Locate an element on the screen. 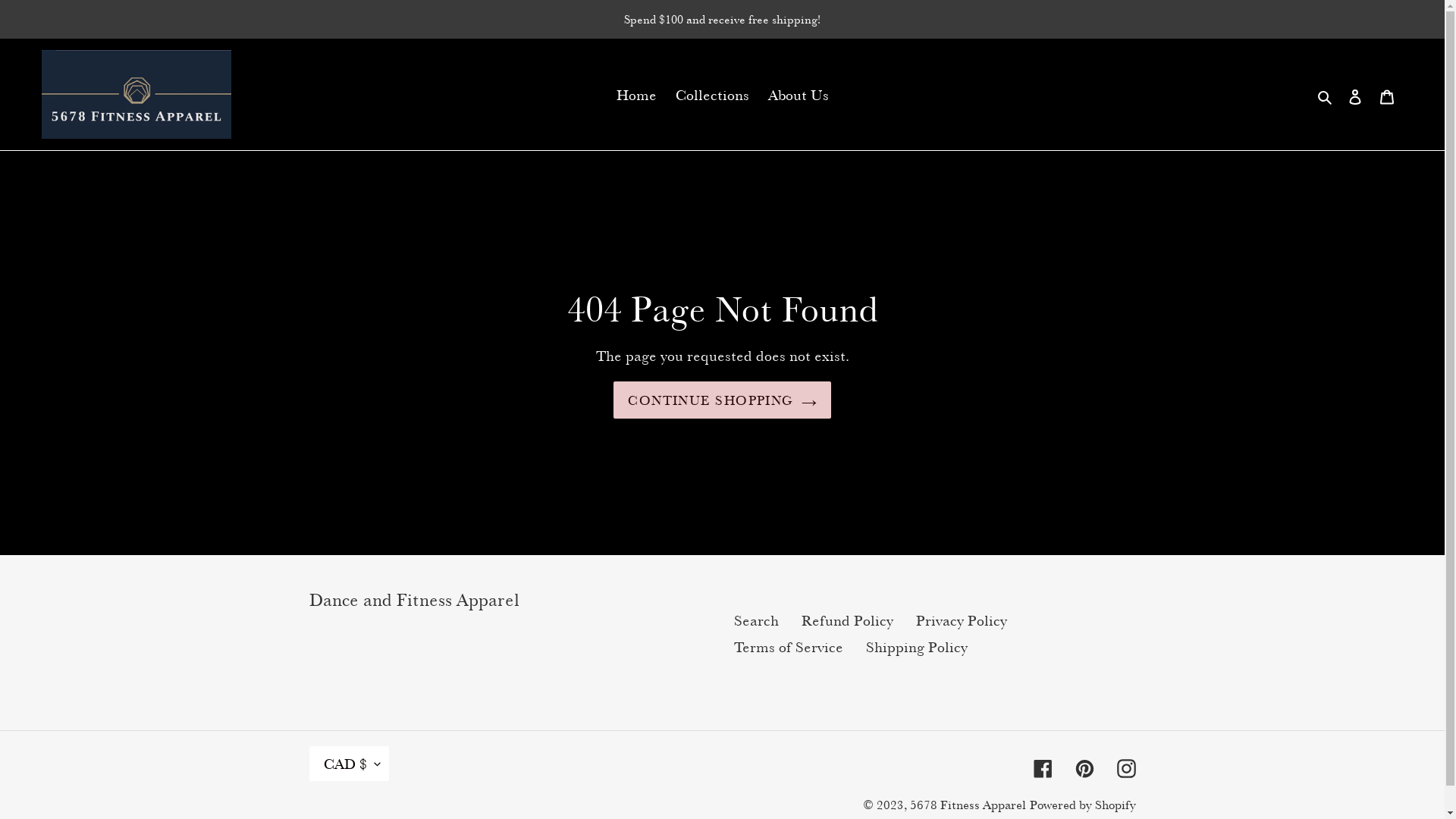  'Cart' is located at coordinates (1386, 94).